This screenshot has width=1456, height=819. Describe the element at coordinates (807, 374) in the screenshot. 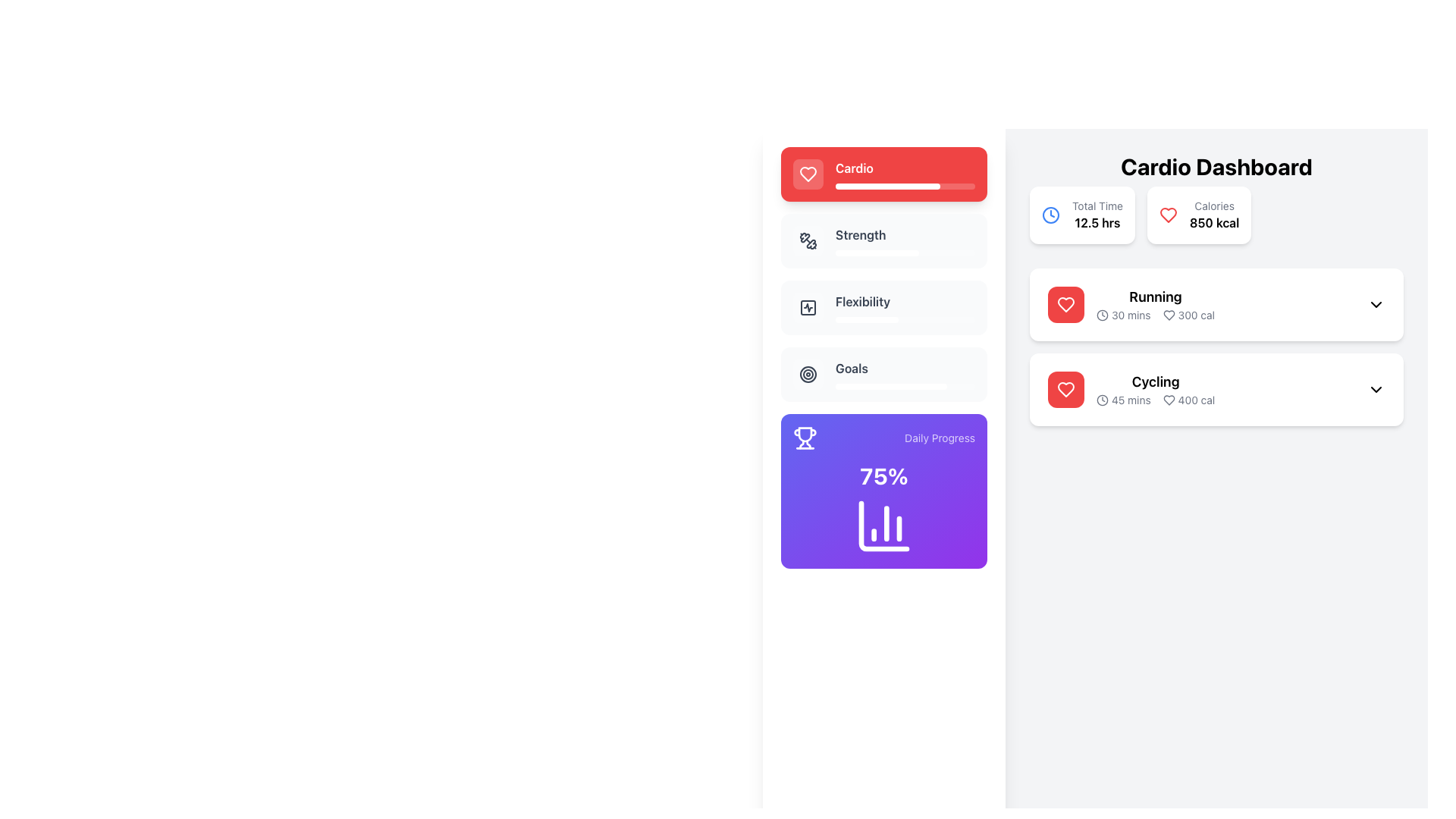

I see `the outermost circular shape of the multi-layered target icon located adjacent to the 'Goals' section in the sidebar` at that location.